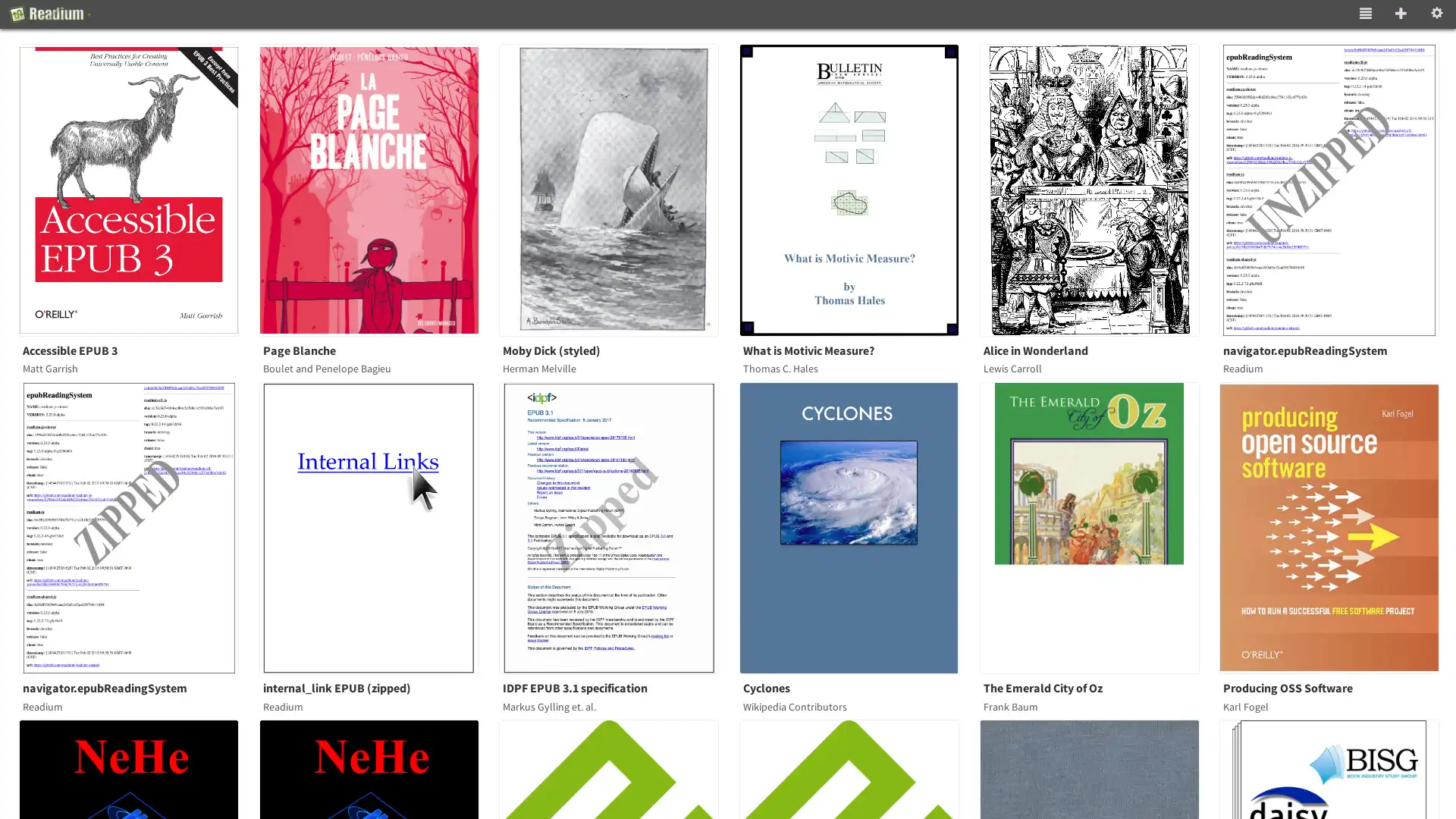  Describe the element at coordinates (858, 526) in the screenshot. I see `(10) Cyclones` at that location.